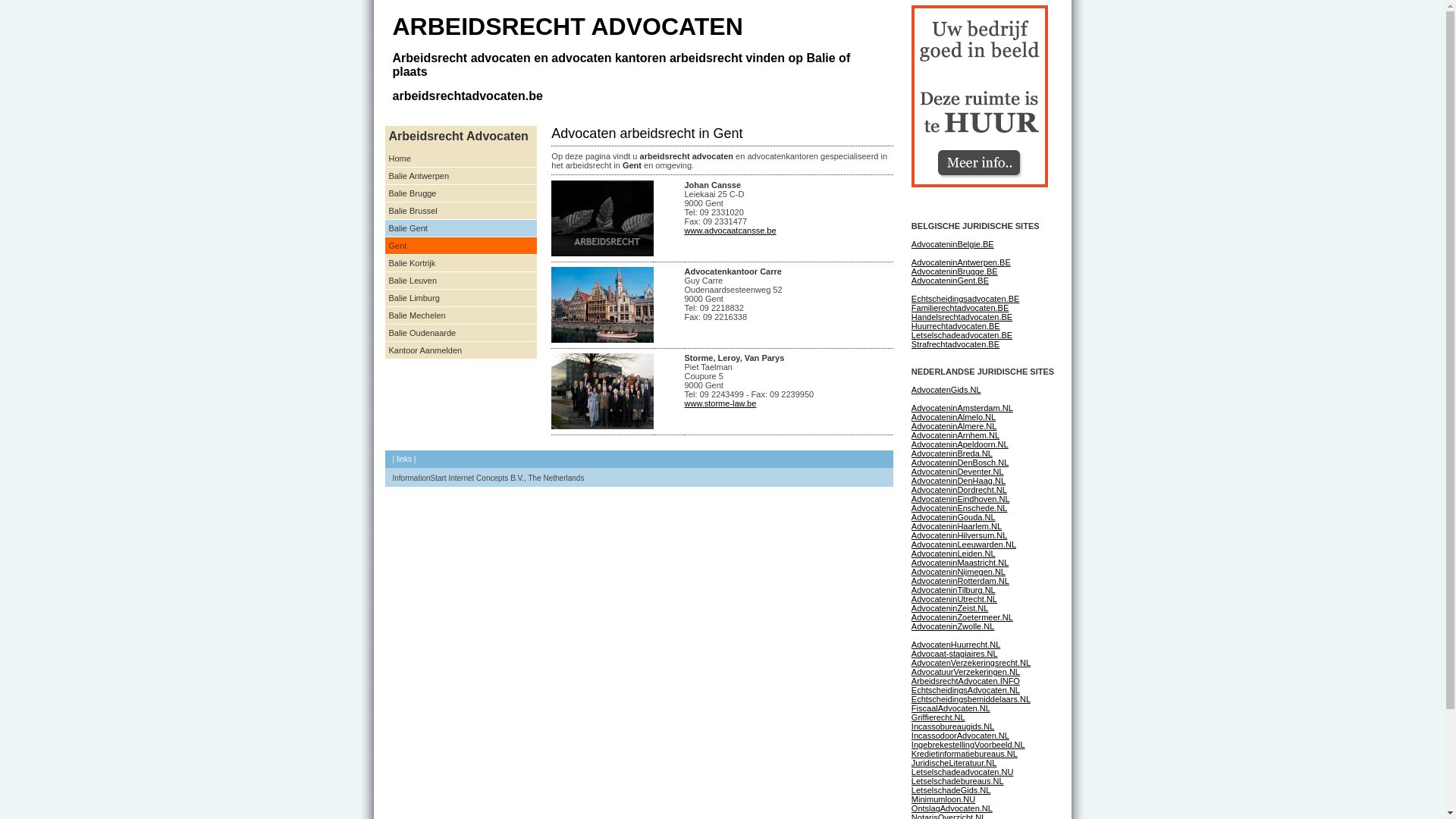  What do you see at coordinates (960, 499) in the screenshot?
I see `'AdvocateninEindhoven.NL'` at bounding box center [960, 499].